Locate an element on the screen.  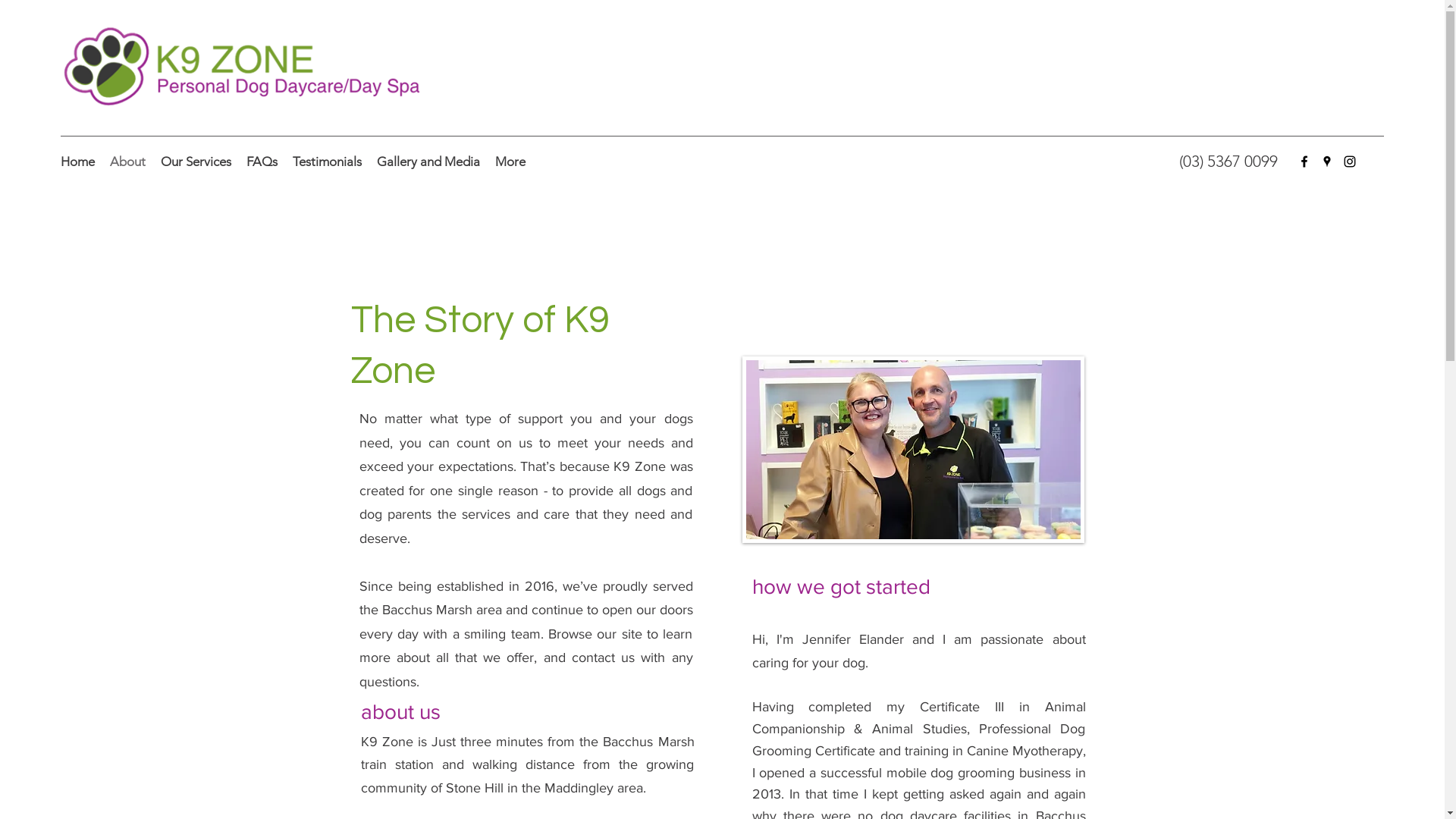
'FAQs' is located at coordinates (262, 161).